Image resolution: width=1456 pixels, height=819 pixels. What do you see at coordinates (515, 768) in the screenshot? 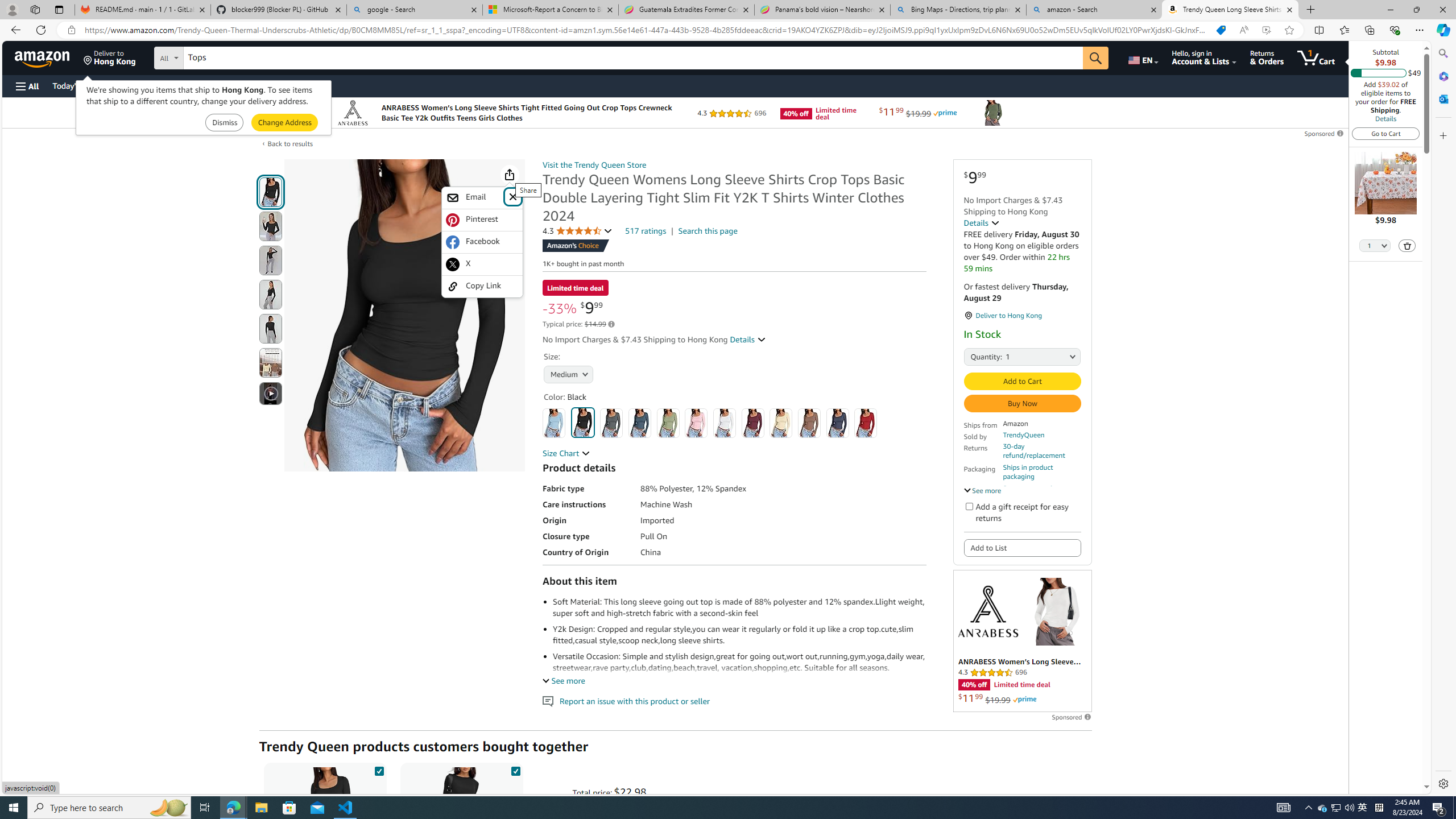
I see `'AutomationID: thematicBundleCheck-2'` at bounding box center [515, 768].